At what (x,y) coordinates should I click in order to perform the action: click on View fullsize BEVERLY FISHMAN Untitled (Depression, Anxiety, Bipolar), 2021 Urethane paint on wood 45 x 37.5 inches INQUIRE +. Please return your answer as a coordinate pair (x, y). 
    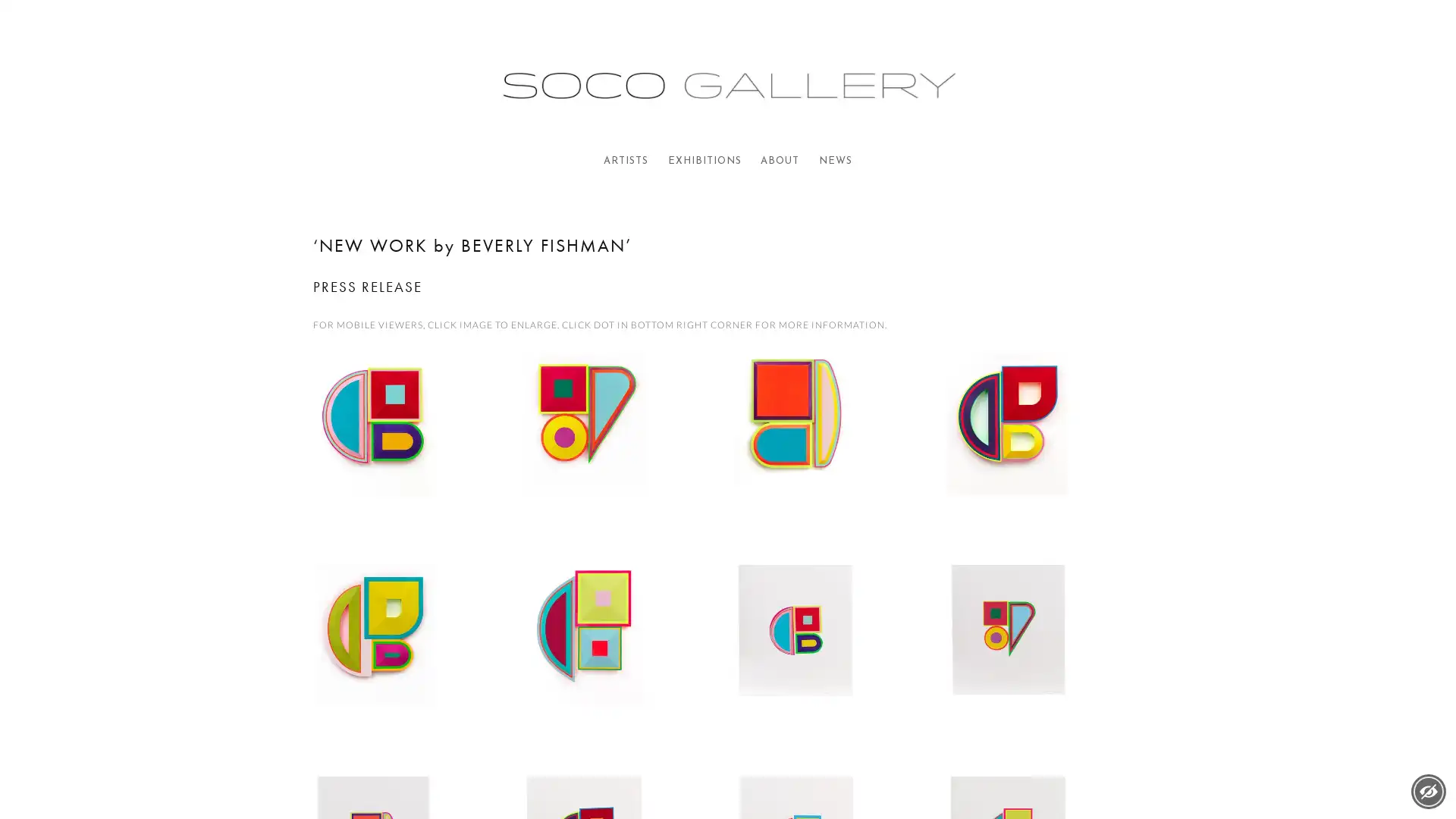
    Looking at the image, I should click on (833, 450).